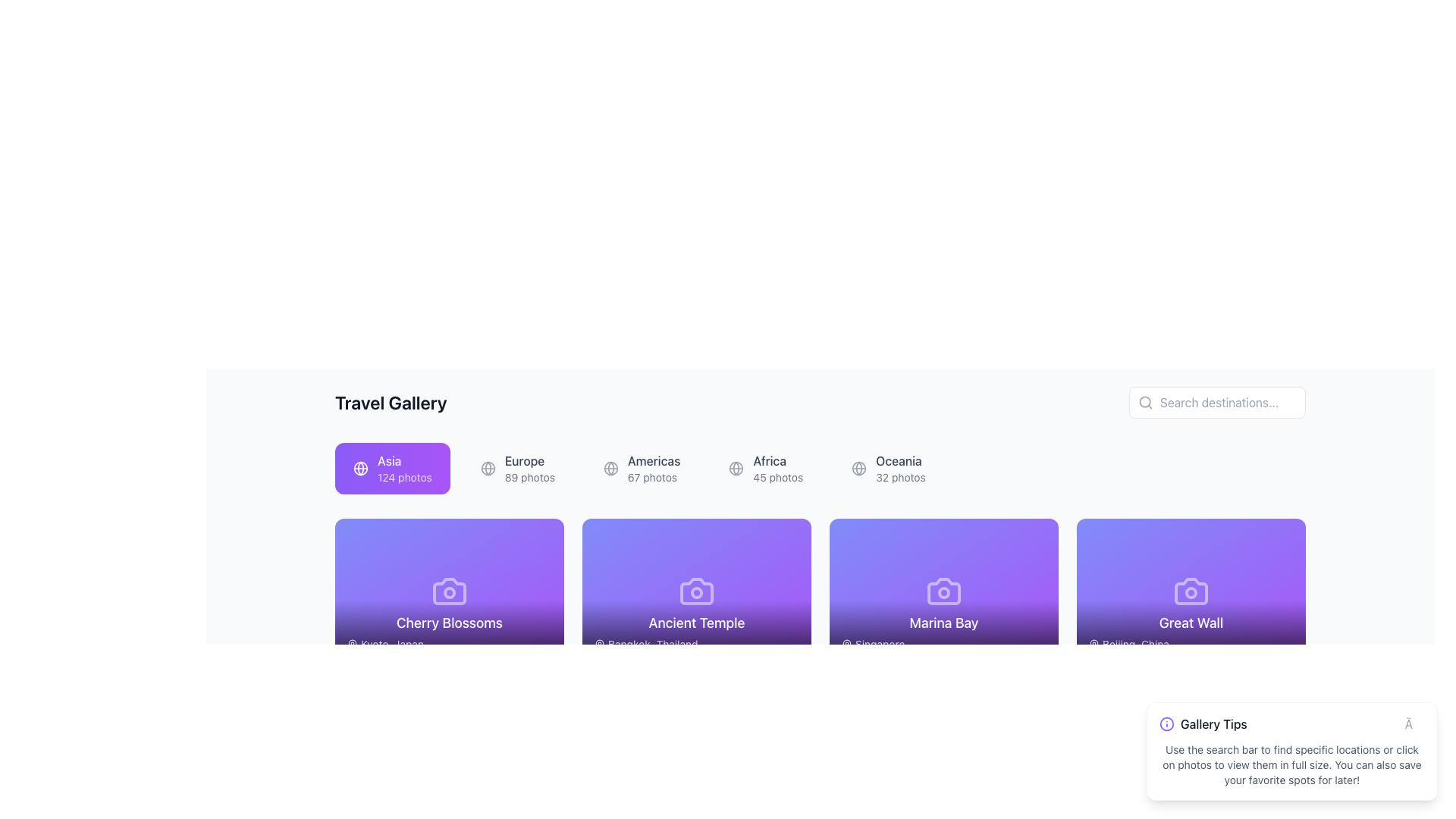 Image resolution: width=1456 pixels, height=819 pixels. Describe the element at coordinates (1001, 543) in the screenshot. I see `the circular 'share' button with a white background and three connected dots located at the top-right corner of the 'Marina Bay' card` at that location.